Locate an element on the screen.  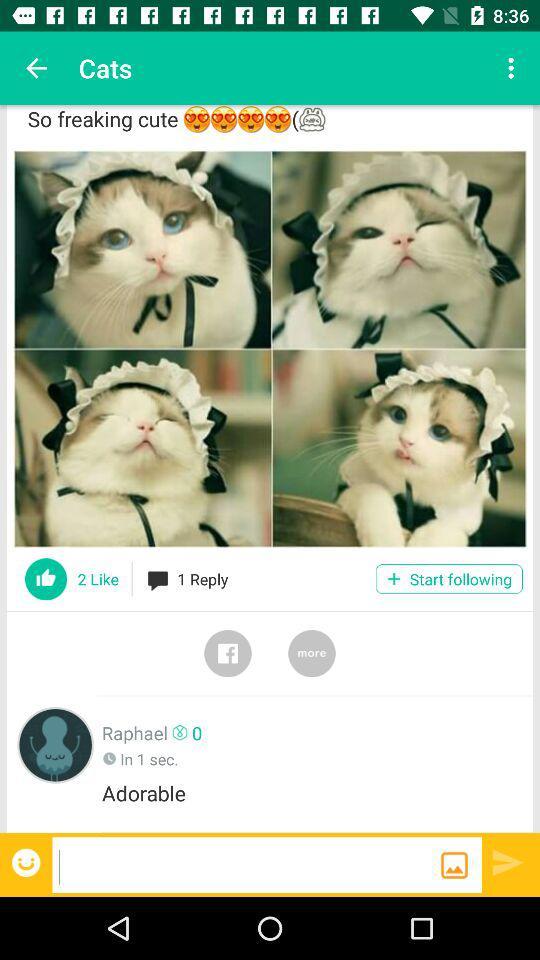
smileys is located at coordinates (27, 861).